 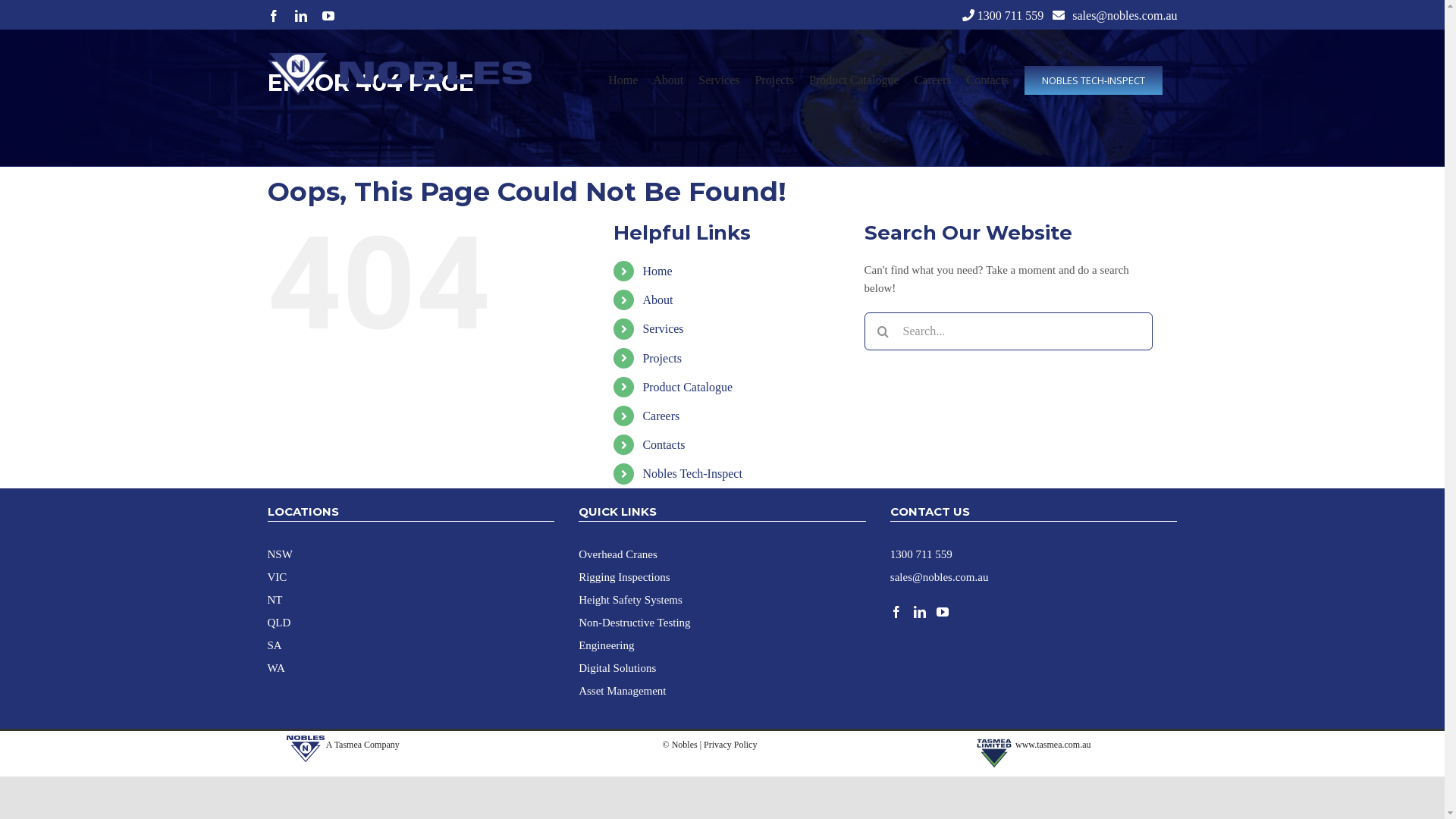 I want to click on 'QLD', so click(x=266, y=622).